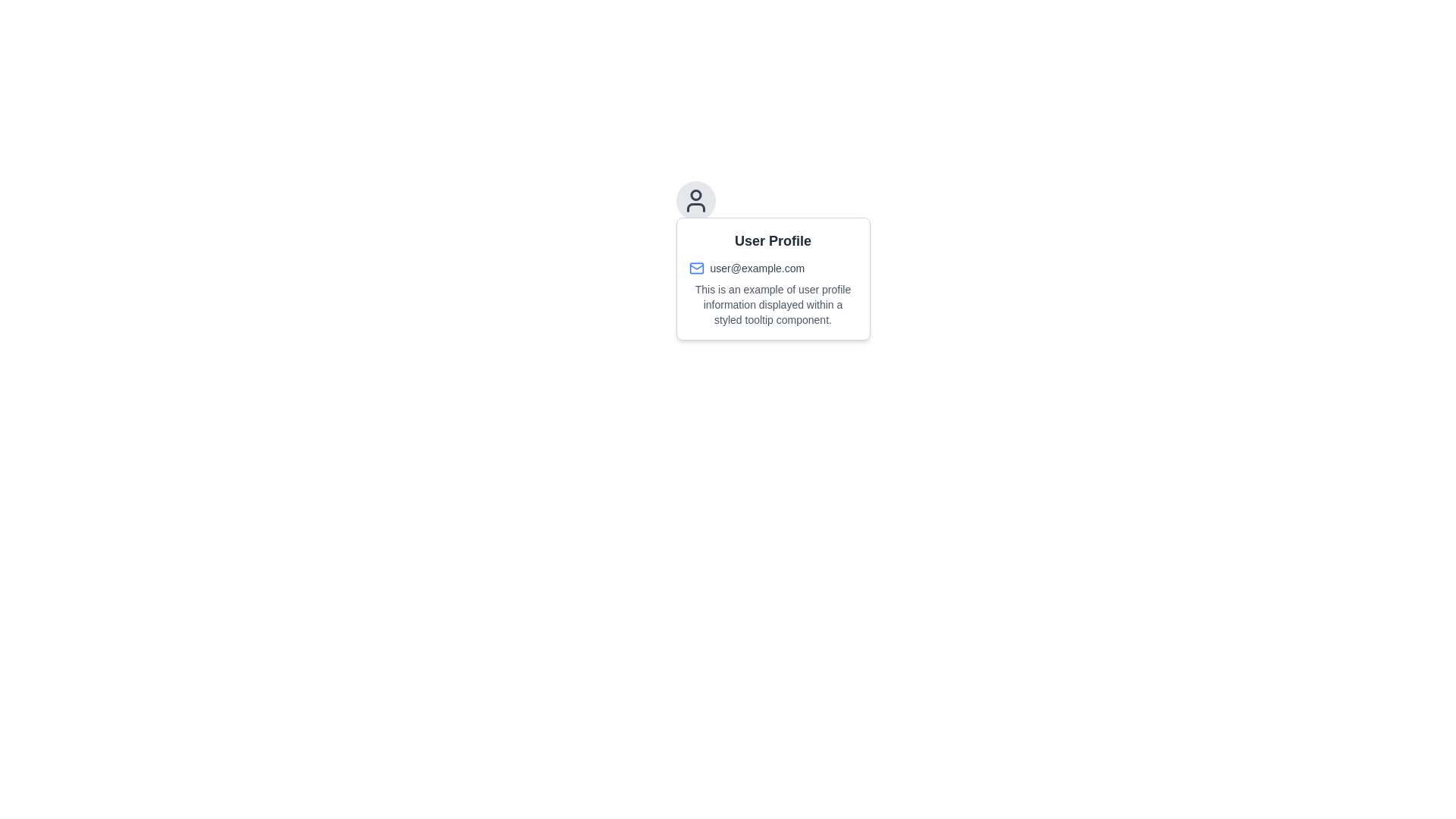  What do you see at coordinates (695, 200) in the screenshot?
I see `the circular profile icon with a gray background containing a user icon, located above the tooltip box with user information` at bounding box center [695, 200].